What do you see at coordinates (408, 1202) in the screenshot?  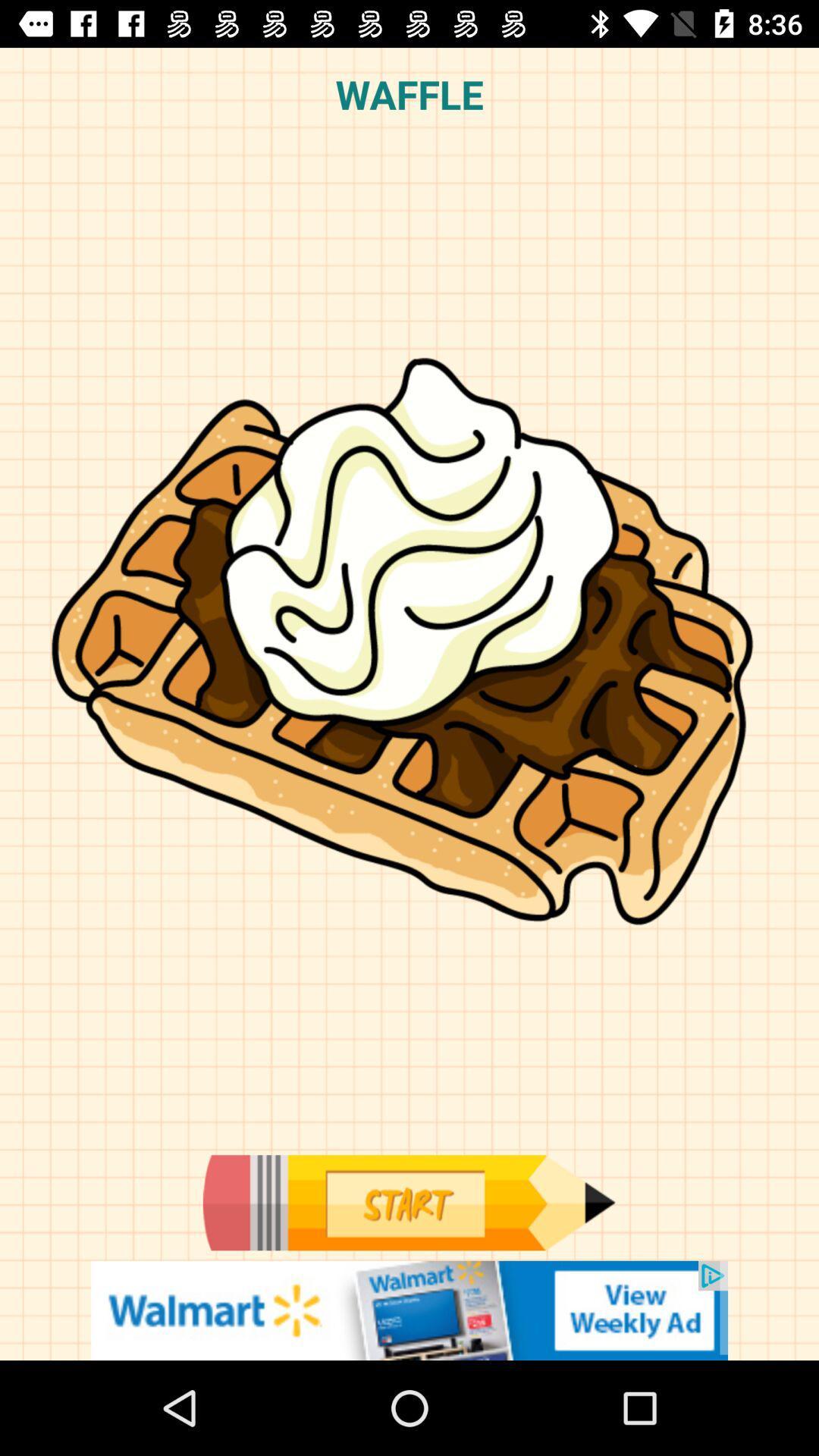 I see `start drawing` at bounding box center [408, 1202].